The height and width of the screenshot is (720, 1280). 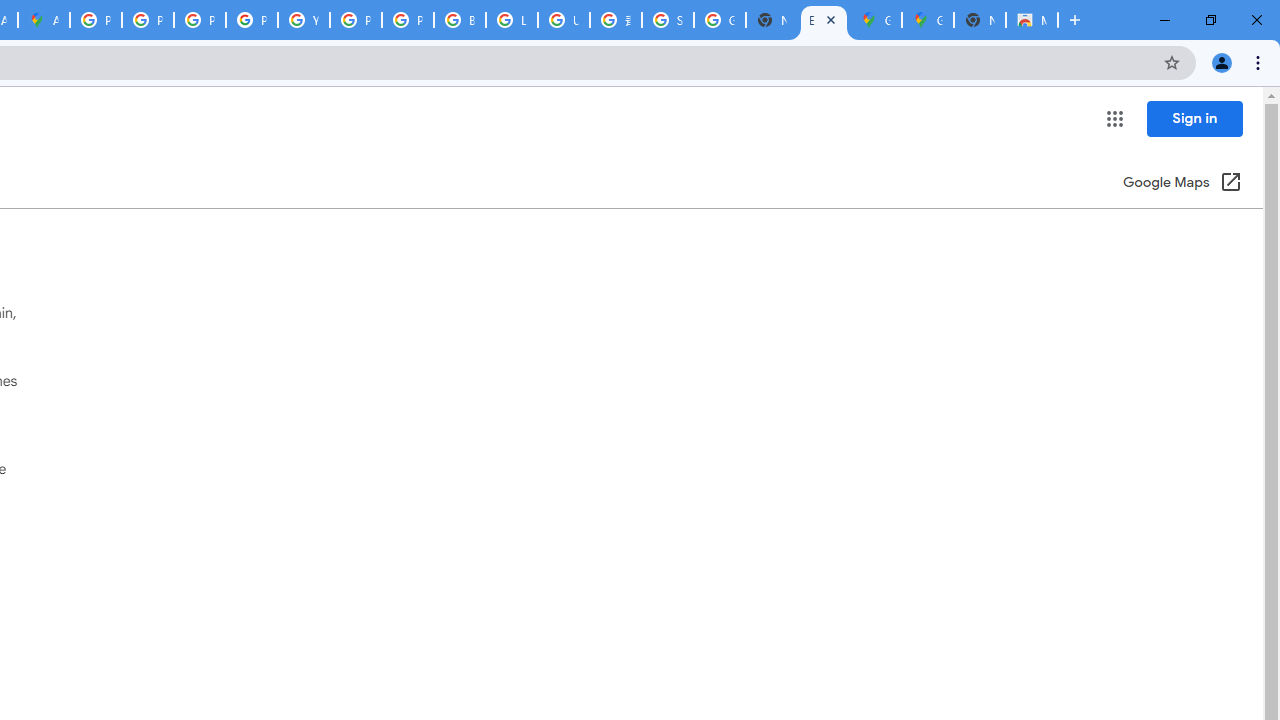 What do you see at coordinates (146, 20) in the screenshot?
I see `'Privacy Help Center - Policies Help'` at bounding box center [146, 20].